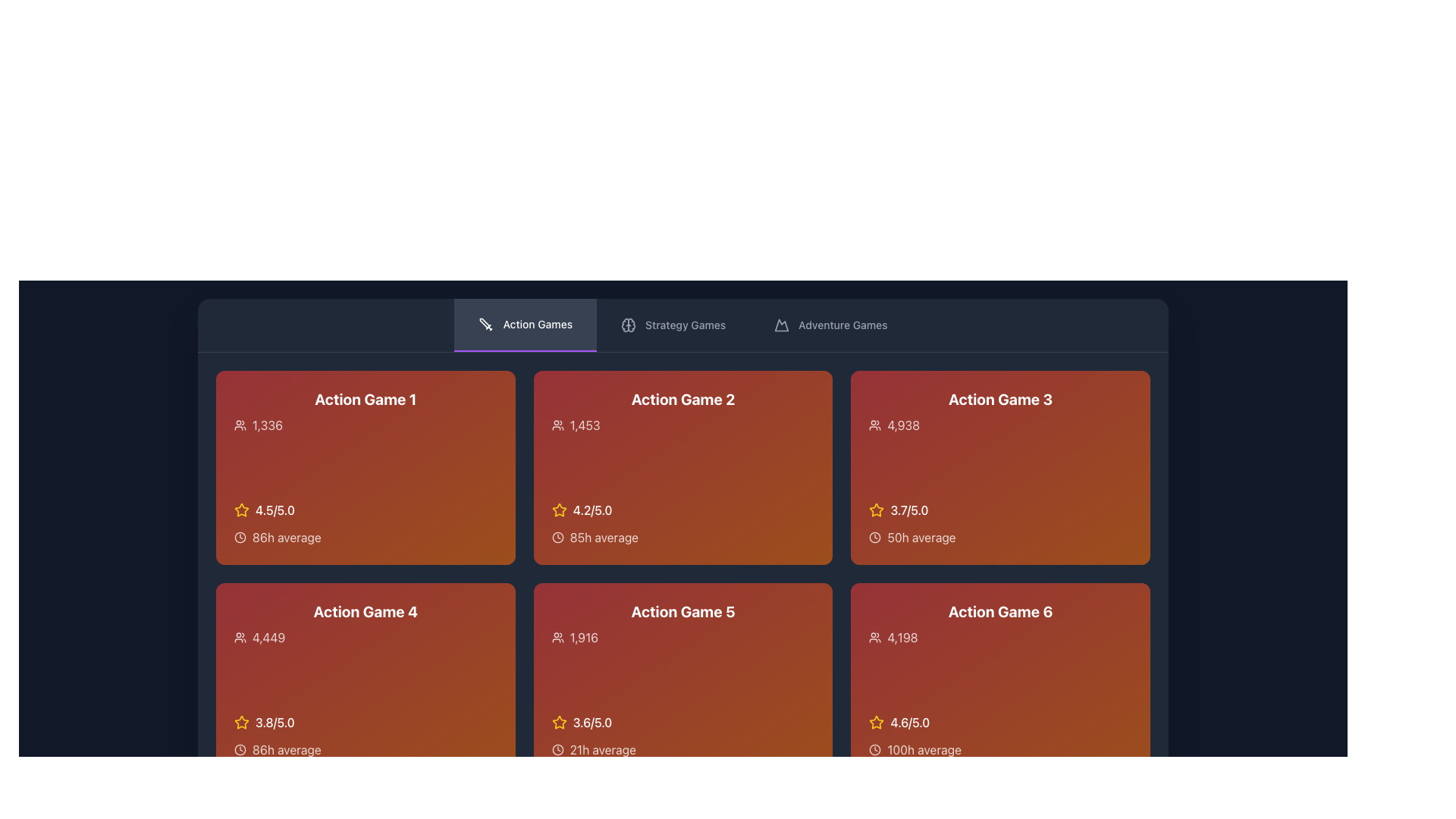  I want to click on the star icon with a hollow center and yellow outline located at the bottom left of the 'Action Game 1' card, above the game's rating '4.5/5.0', so click(240, 721).